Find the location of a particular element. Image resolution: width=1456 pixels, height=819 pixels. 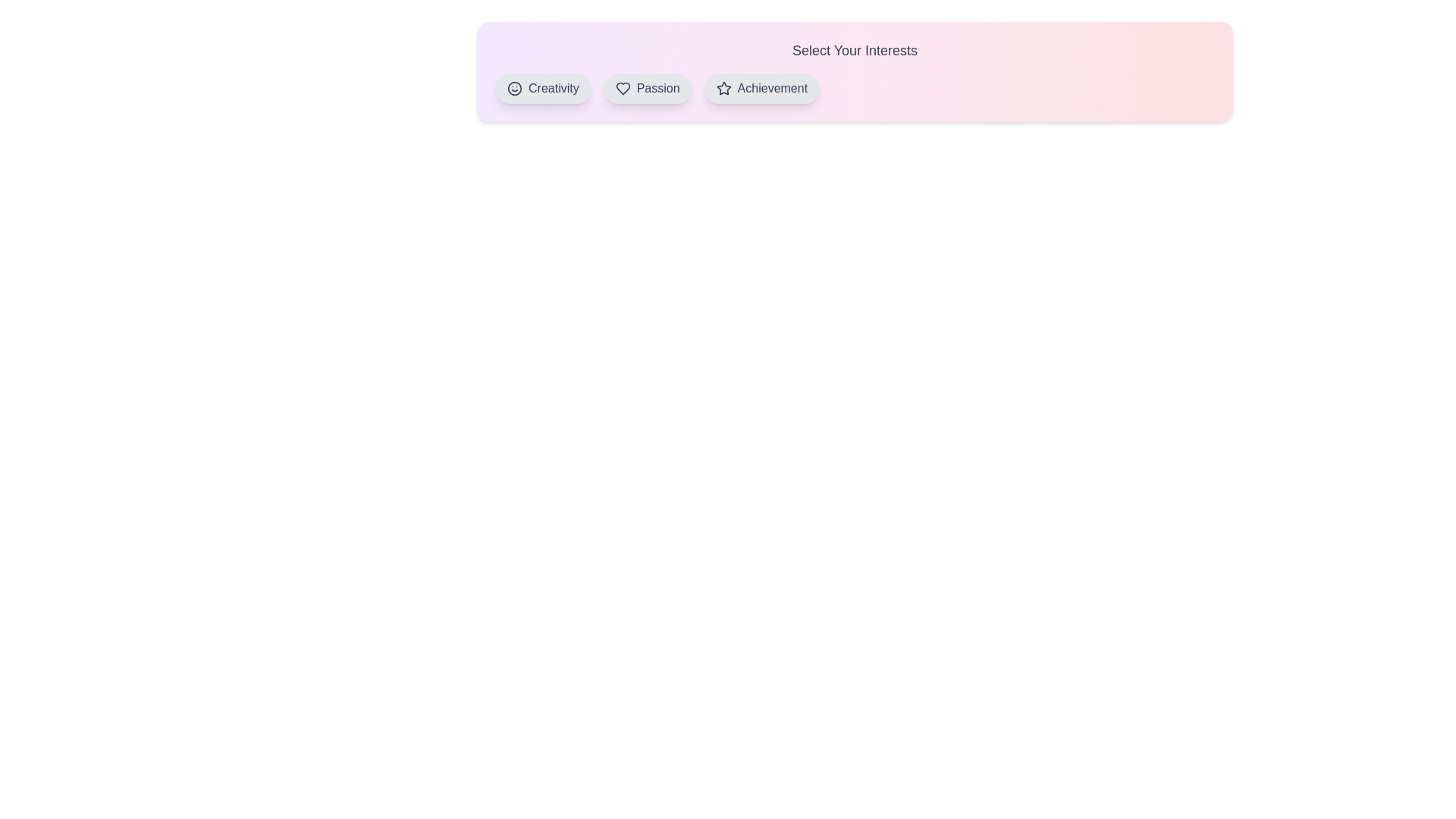

the Passion button to observe hover effects is located at coordinates (648, 88).